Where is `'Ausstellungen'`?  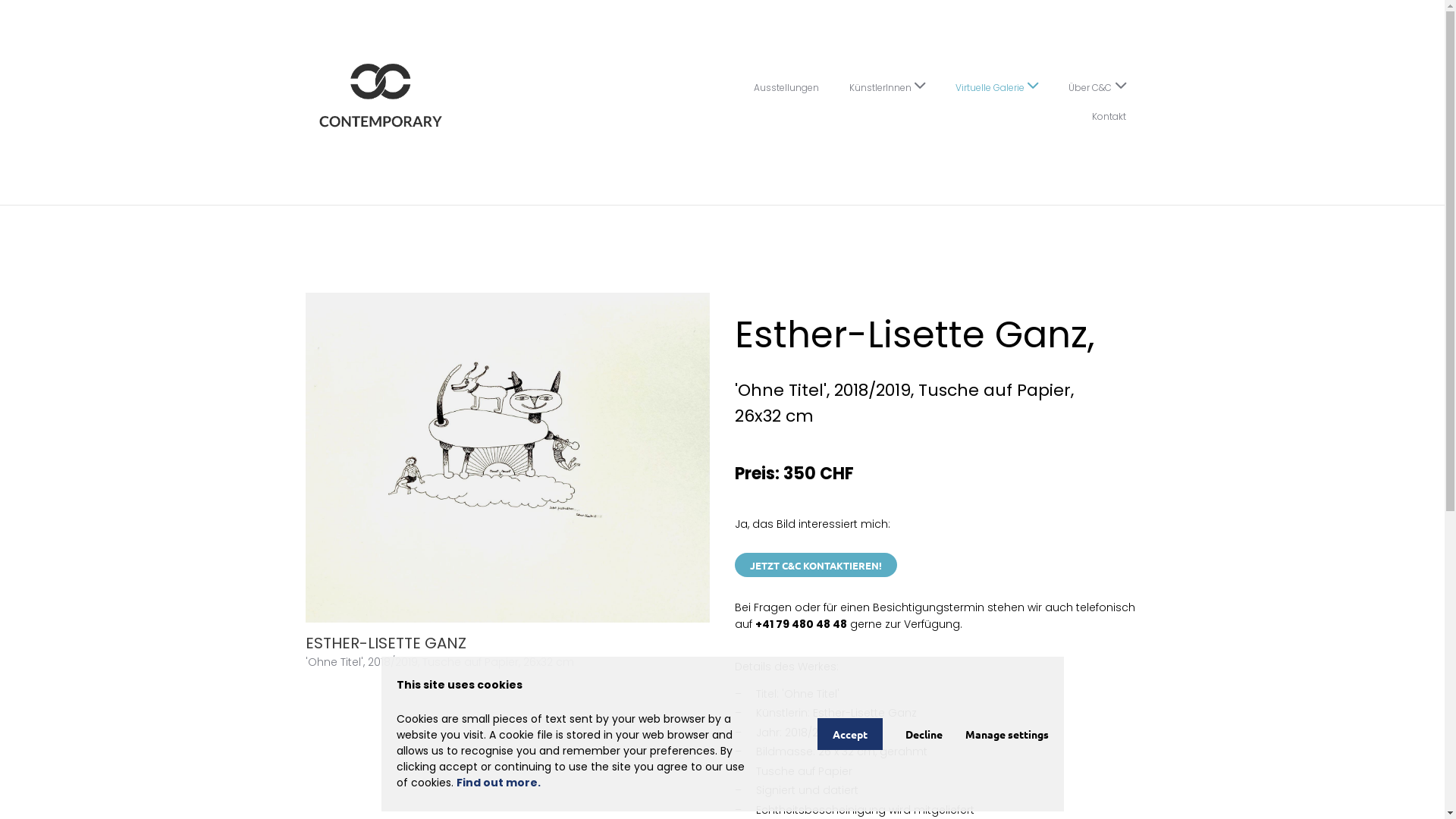 'Ausstellungen' is located at coordinates (786, 87).